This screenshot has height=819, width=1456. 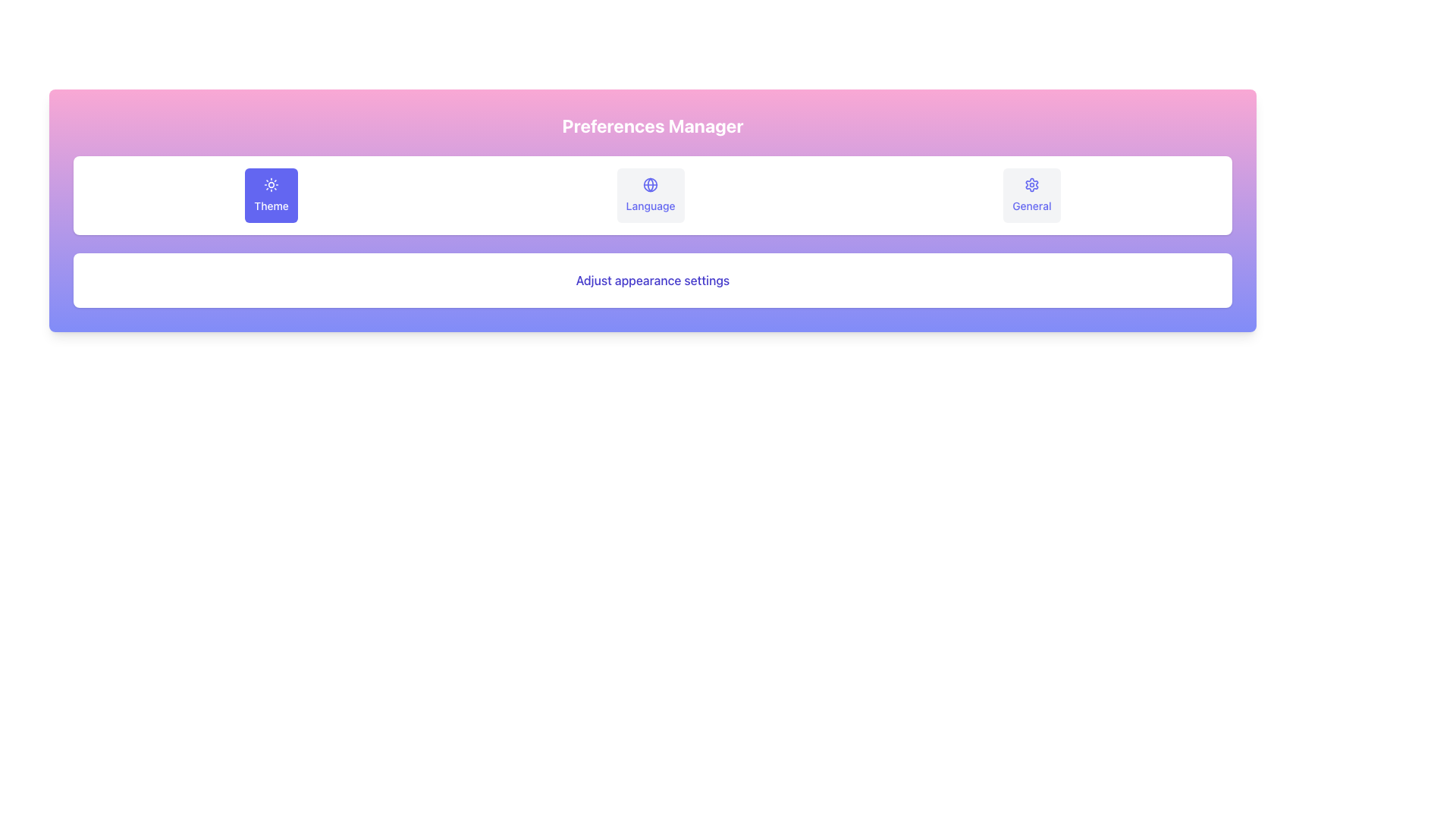 I want to click on the Text Label that indicates appearance settings, positioned at the horizontal center within the lower section of a card-shaped layout, so click(x=652, y=281).